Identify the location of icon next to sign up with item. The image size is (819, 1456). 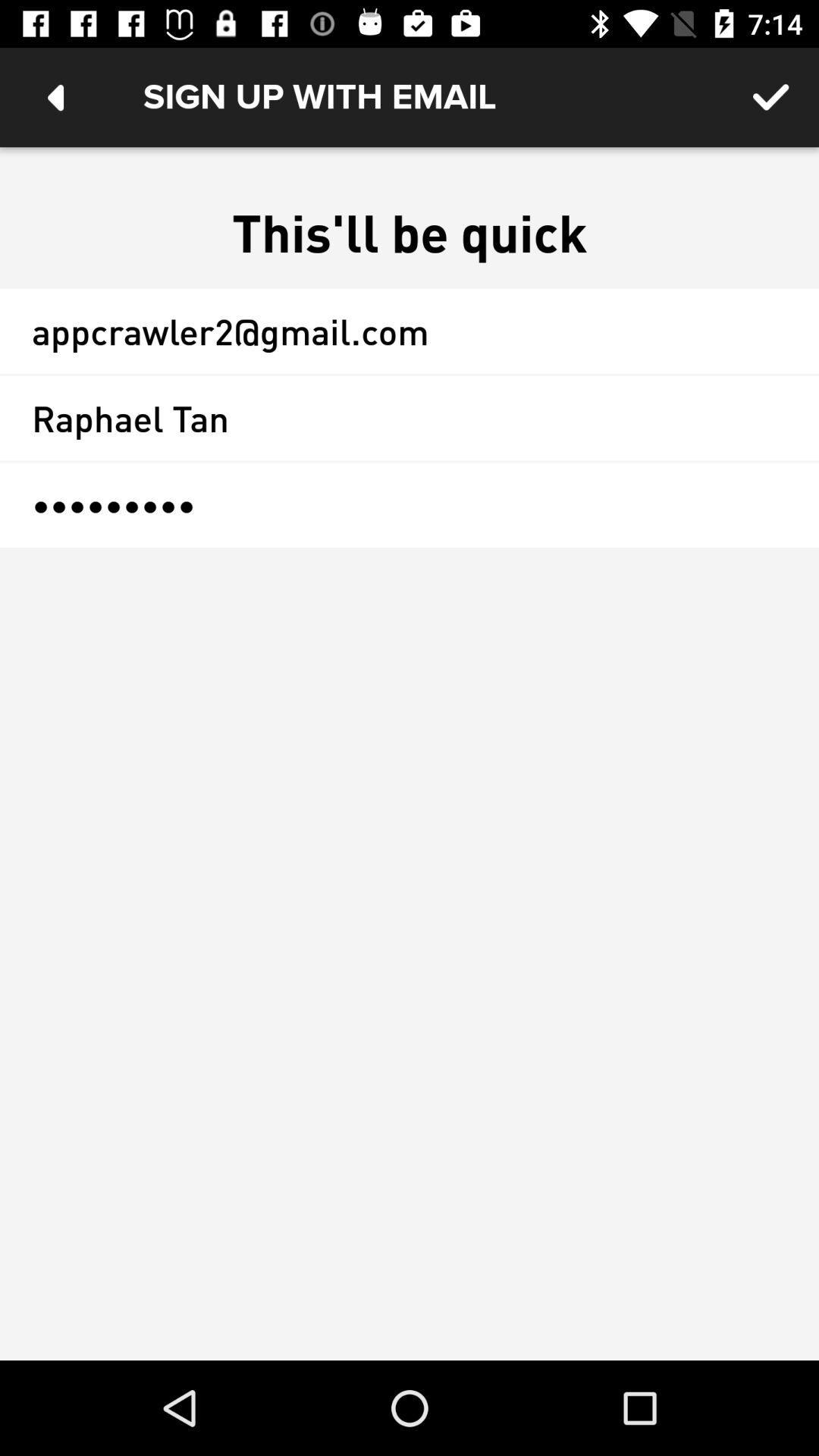
(55, 96).